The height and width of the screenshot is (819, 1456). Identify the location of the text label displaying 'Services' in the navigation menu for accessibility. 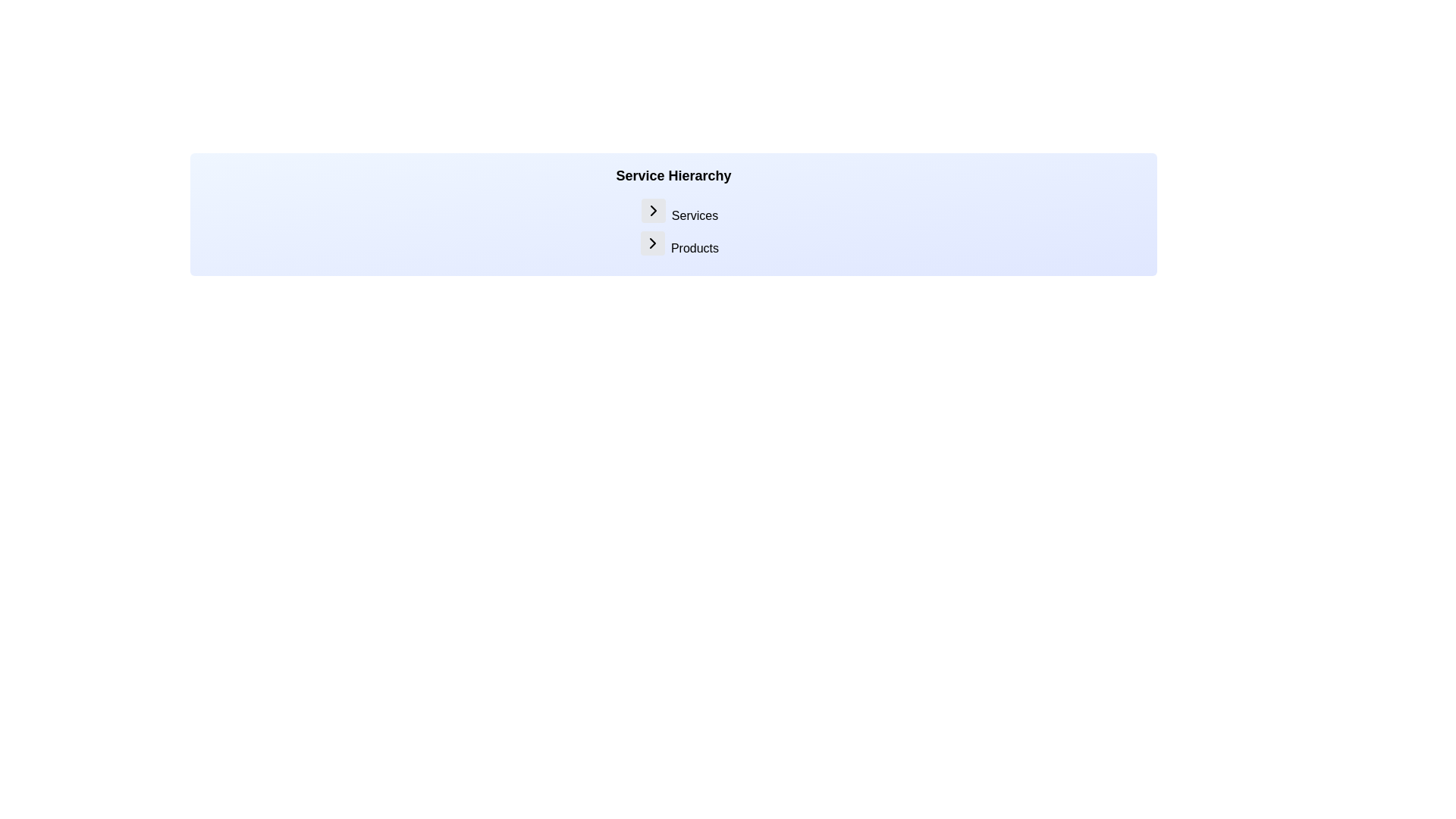
(694, 215).